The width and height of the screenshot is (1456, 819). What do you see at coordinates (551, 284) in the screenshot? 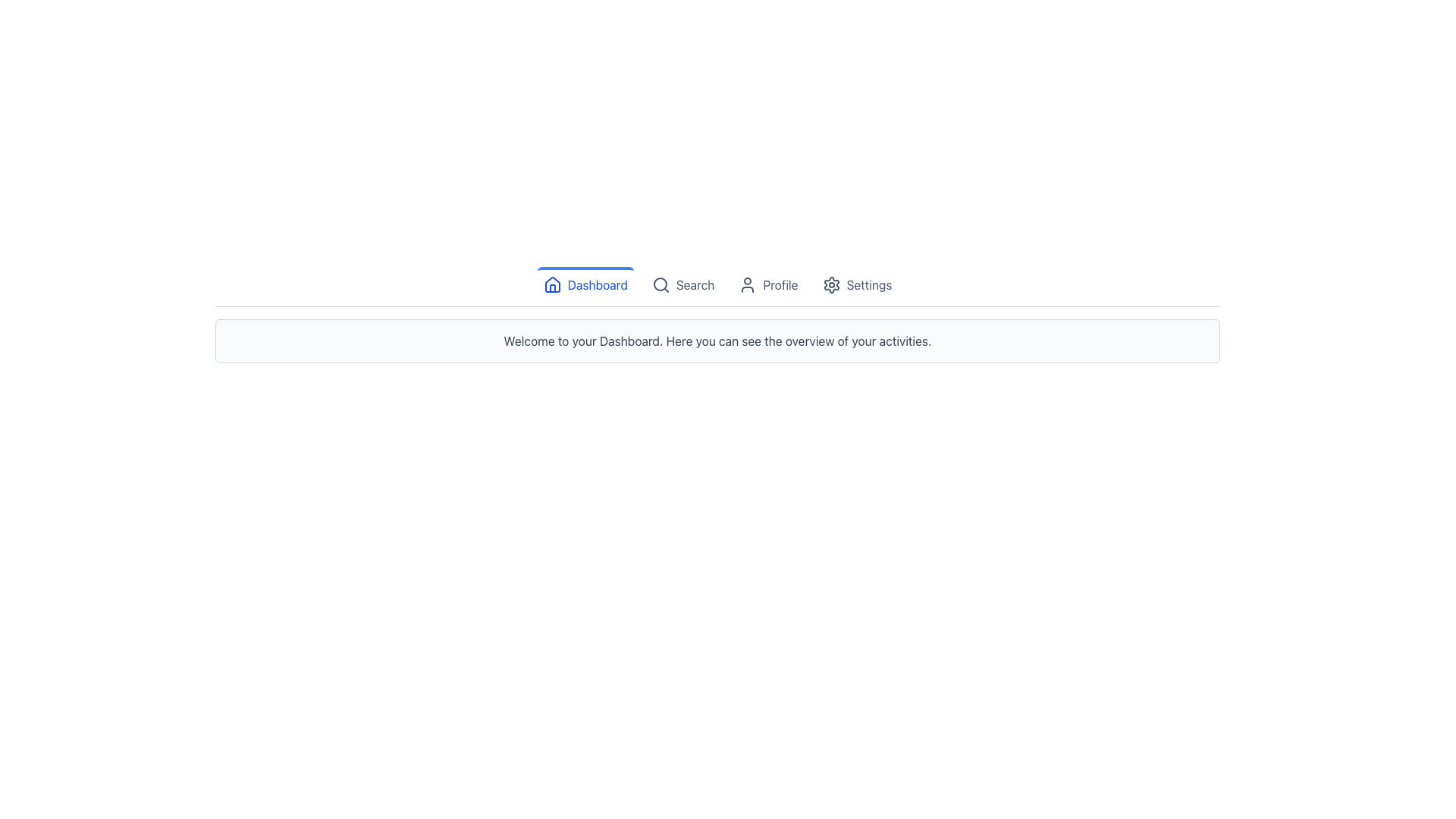
I see `the house-shaped icon located in the top navigation bar` at bounding box center [551, 284].